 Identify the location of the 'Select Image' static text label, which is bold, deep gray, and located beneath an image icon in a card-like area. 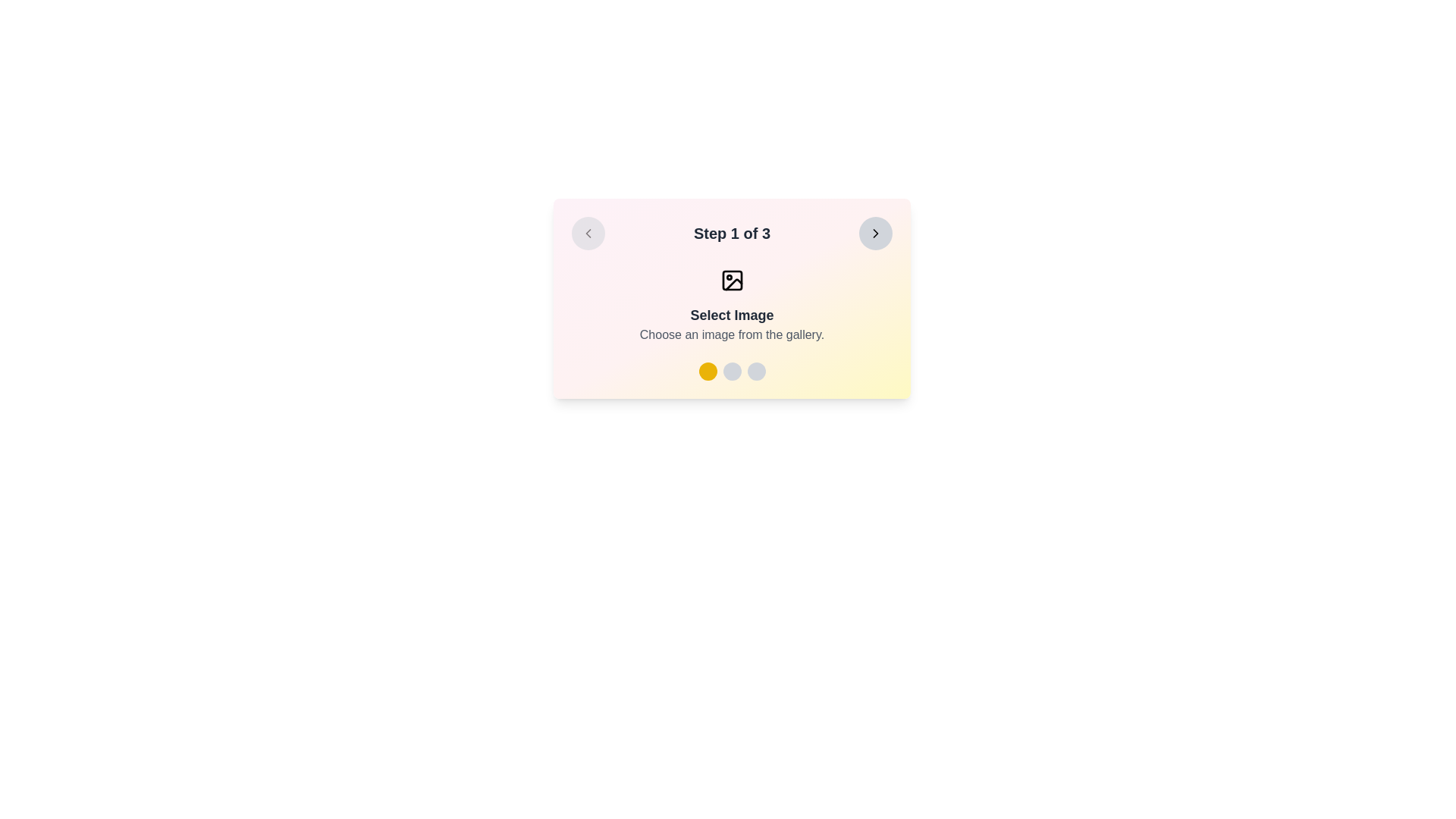
(732, 315).